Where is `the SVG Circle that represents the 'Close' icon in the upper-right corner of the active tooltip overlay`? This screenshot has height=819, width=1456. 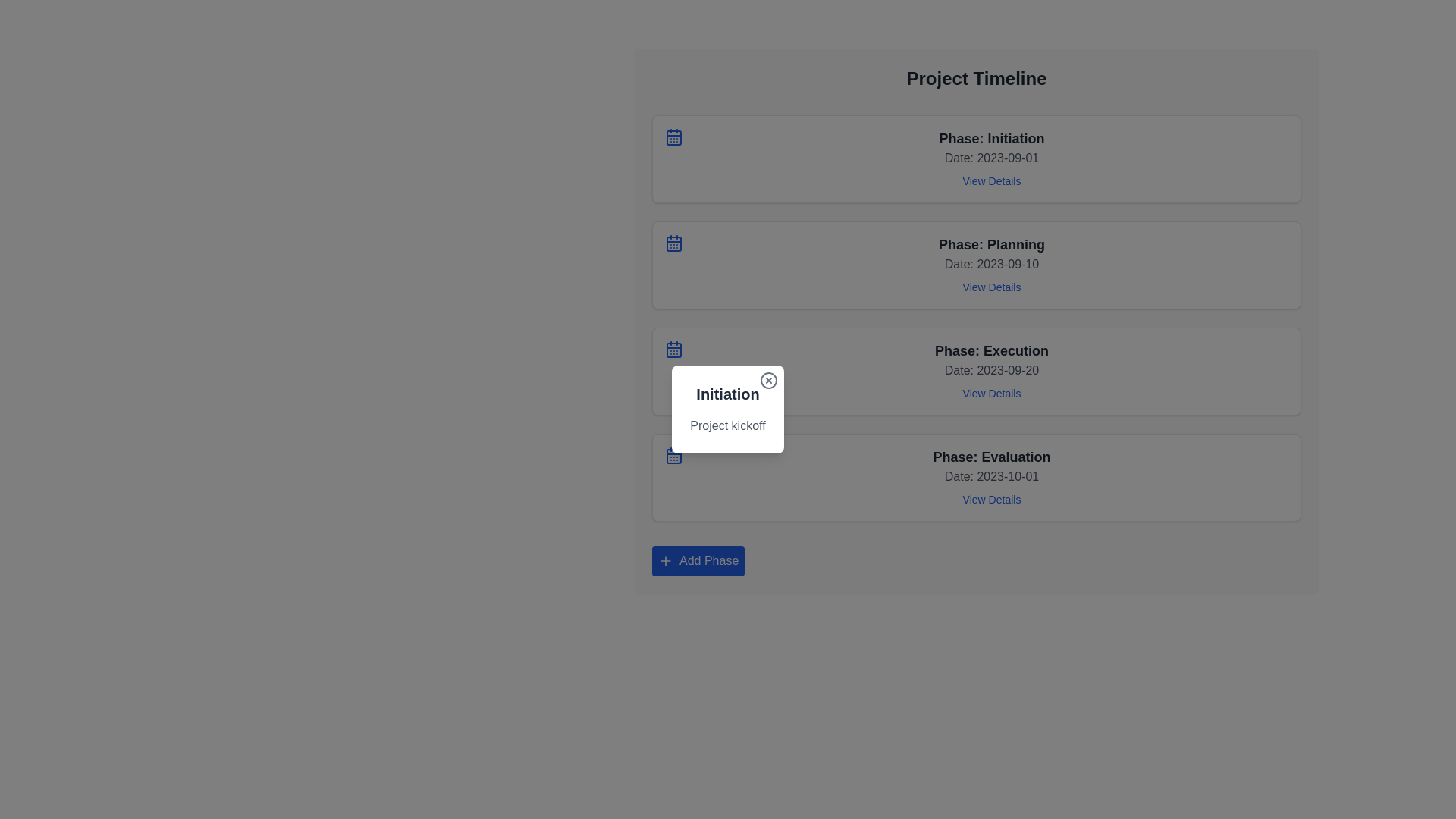 the SVG Circle that represents the 'Close' icon in the upper-right corner of the active tooltip overlay is located at coordinates (768, 379).